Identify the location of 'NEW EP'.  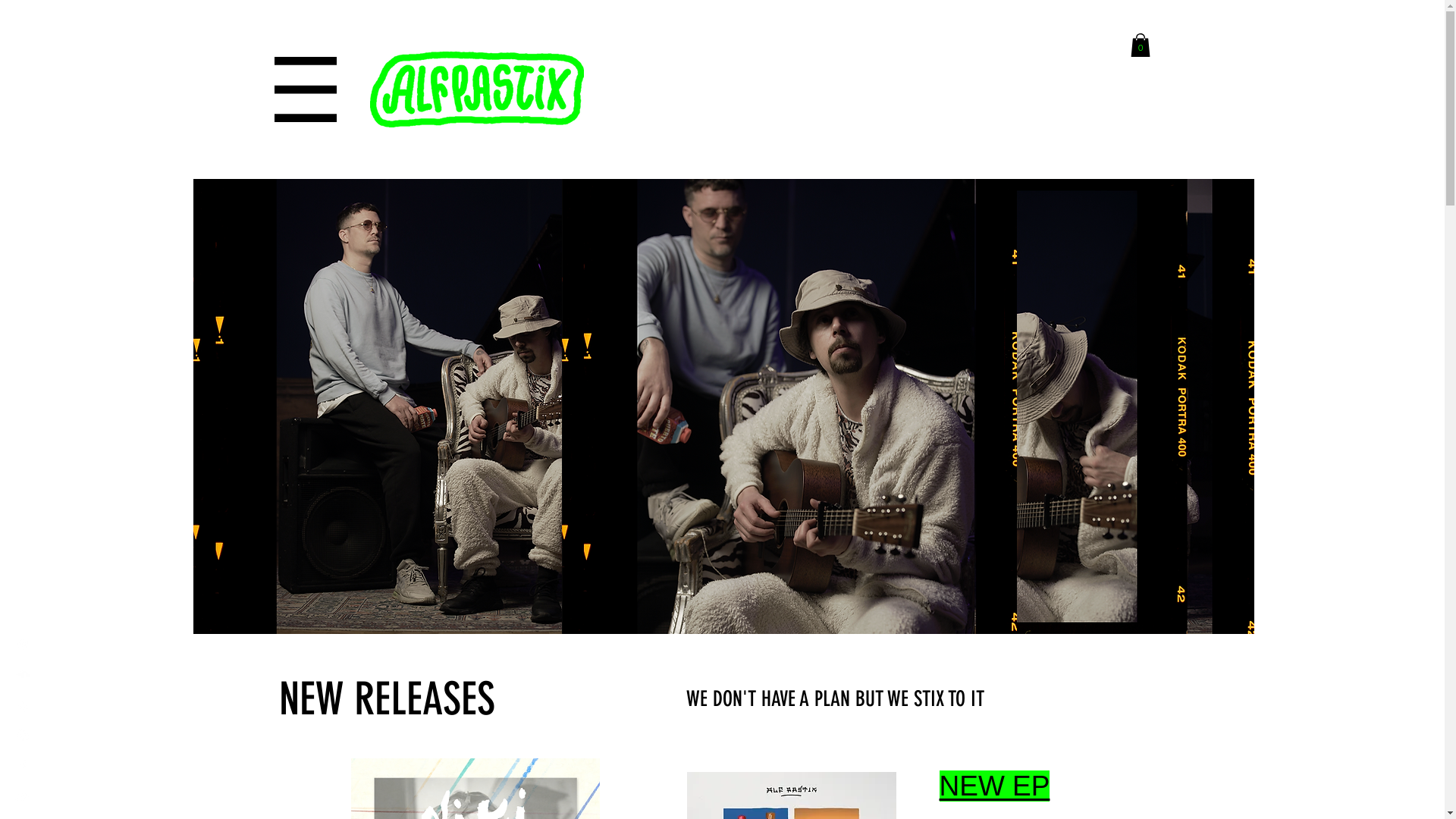
(993, 785).